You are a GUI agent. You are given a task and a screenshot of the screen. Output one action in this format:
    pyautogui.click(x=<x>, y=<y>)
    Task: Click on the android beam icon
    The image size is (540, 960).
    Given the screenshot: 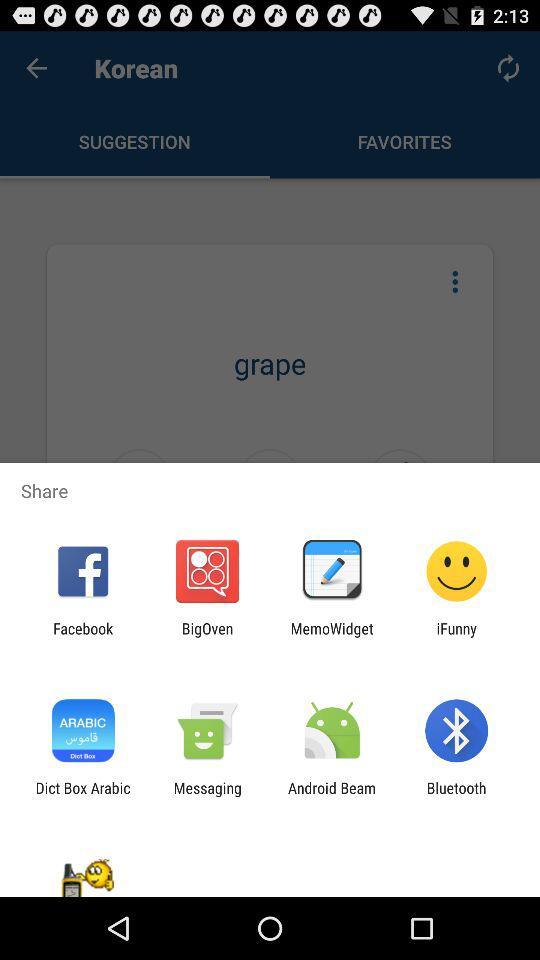 What is the action you would take?
    pyautogui.click(x=332, y=796)
    